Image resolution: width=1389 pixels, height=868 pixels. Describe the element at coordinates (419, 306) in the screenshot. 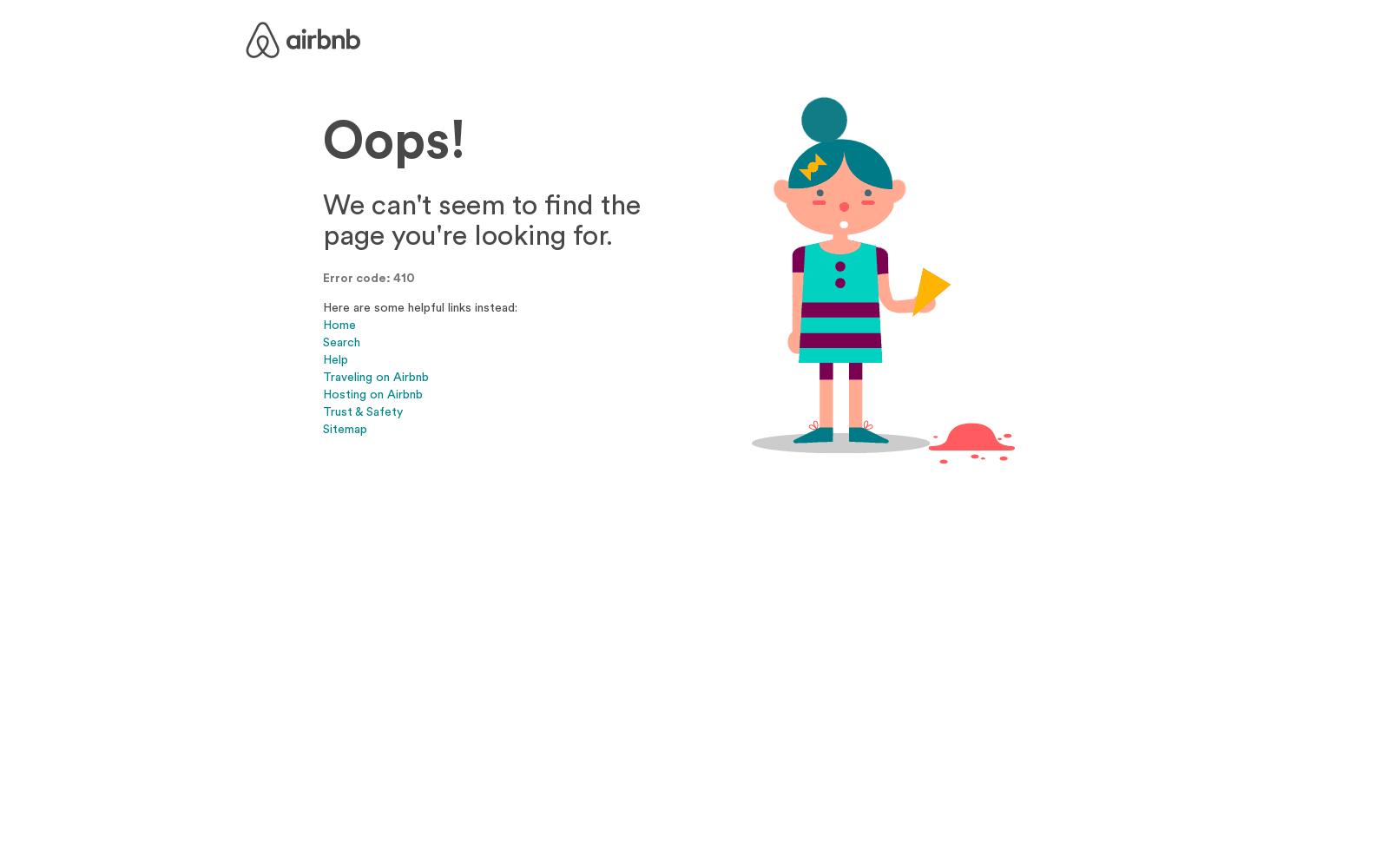

I see `'Here are some helpful links instead:'` at that location.